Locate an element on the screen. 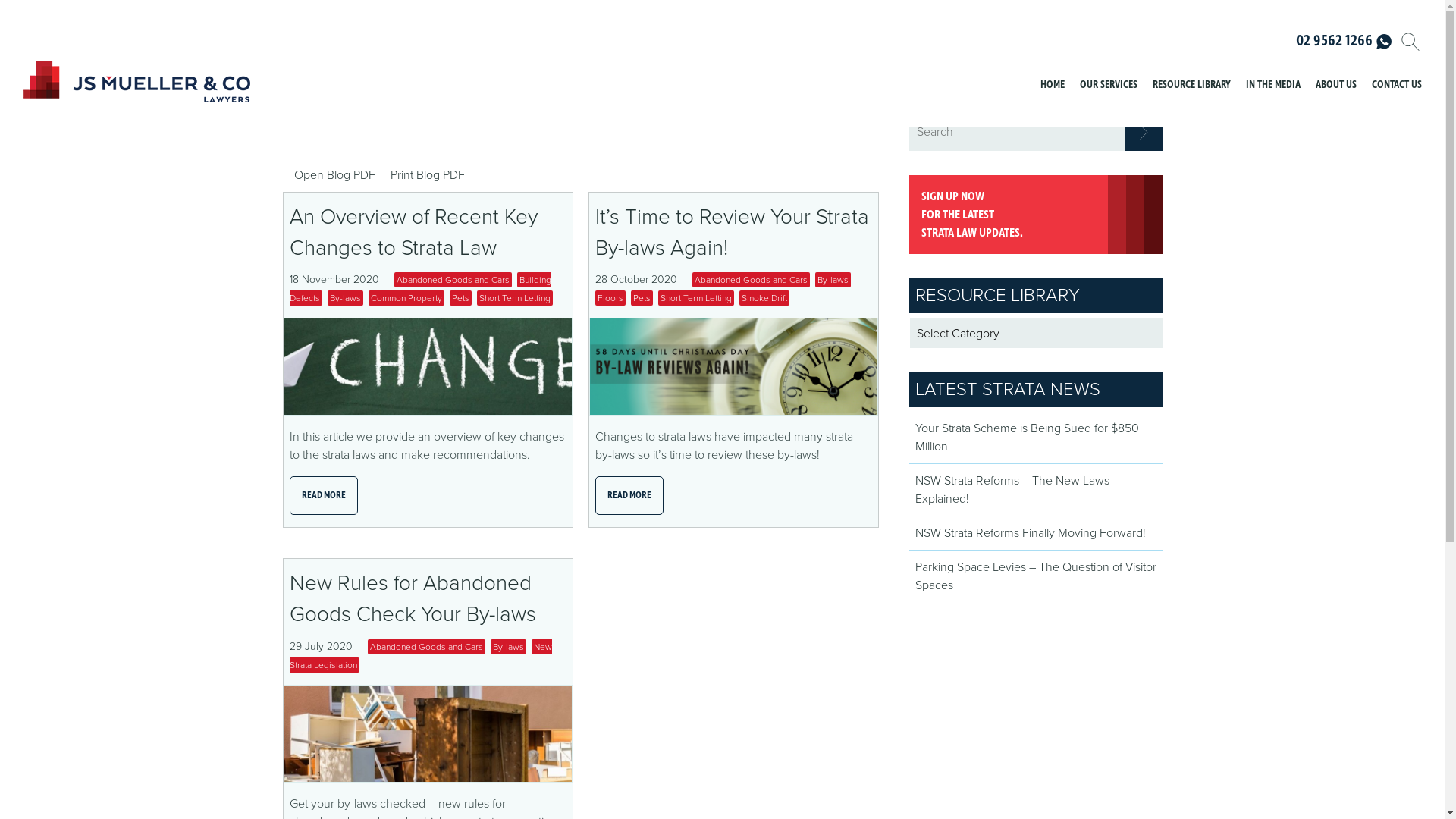 Image resolution: width=1456 pixels, height=819 pixels. 'SIGN UP NOW is located at coordinates (1034, 214).